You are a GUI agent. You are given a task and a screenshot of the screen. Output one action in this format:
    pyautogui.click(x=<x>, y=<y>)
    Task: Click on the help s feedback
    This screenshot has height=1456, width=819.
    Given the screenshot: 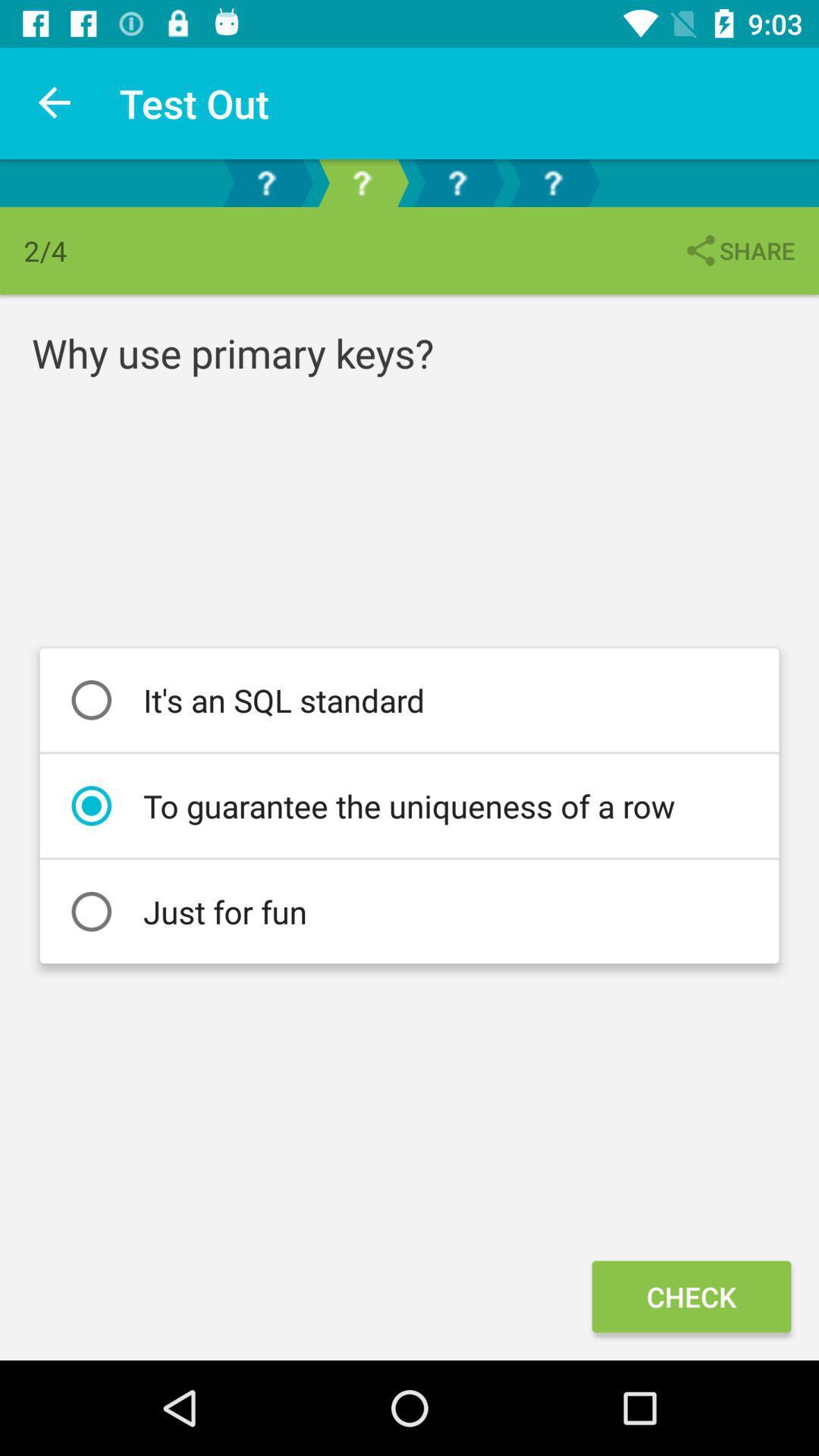 What is the action you would take?
    pyautogui.click(x=265, y=182)
    